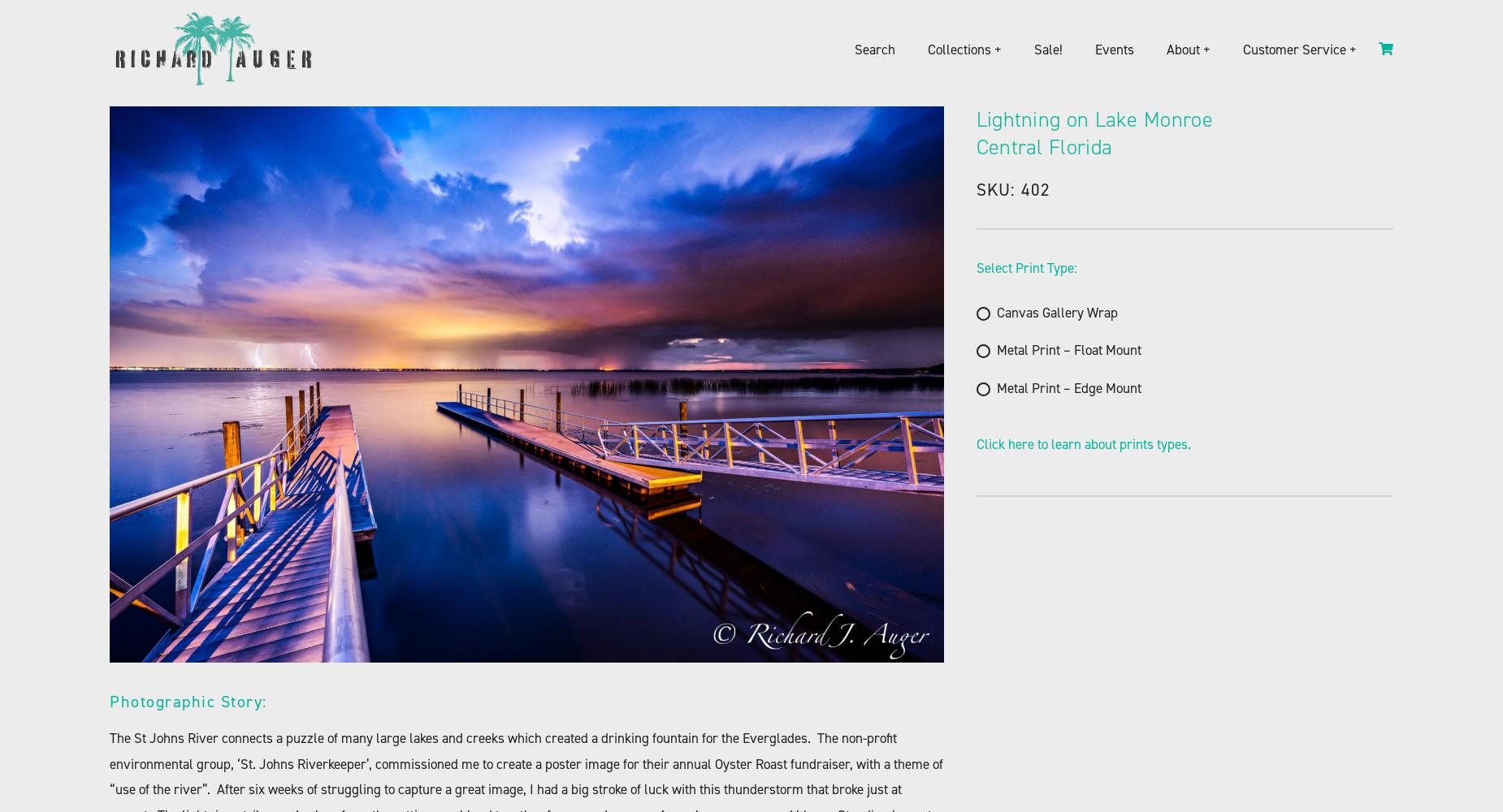 This screenshot has height=812, width=1503. I want to click on 'Click here to learn about prints types.', so click(1081, 443).